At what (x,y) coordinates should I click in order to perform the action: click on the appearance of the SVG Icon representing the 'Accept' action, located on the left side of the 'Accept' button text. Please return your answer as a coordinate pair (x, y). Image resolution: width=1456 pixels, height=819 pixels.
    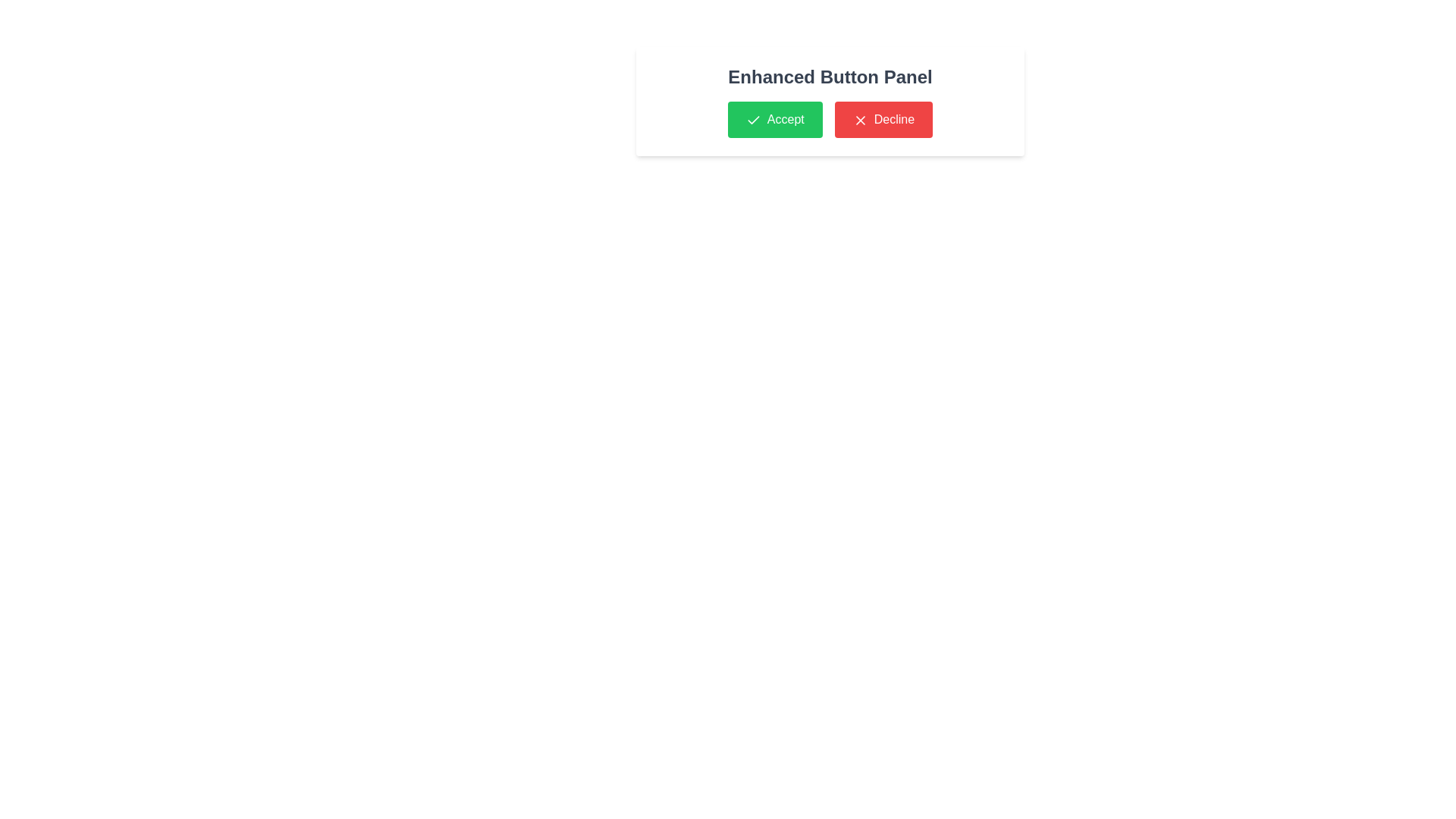
    Looking at the image, I should click on (753, 119).